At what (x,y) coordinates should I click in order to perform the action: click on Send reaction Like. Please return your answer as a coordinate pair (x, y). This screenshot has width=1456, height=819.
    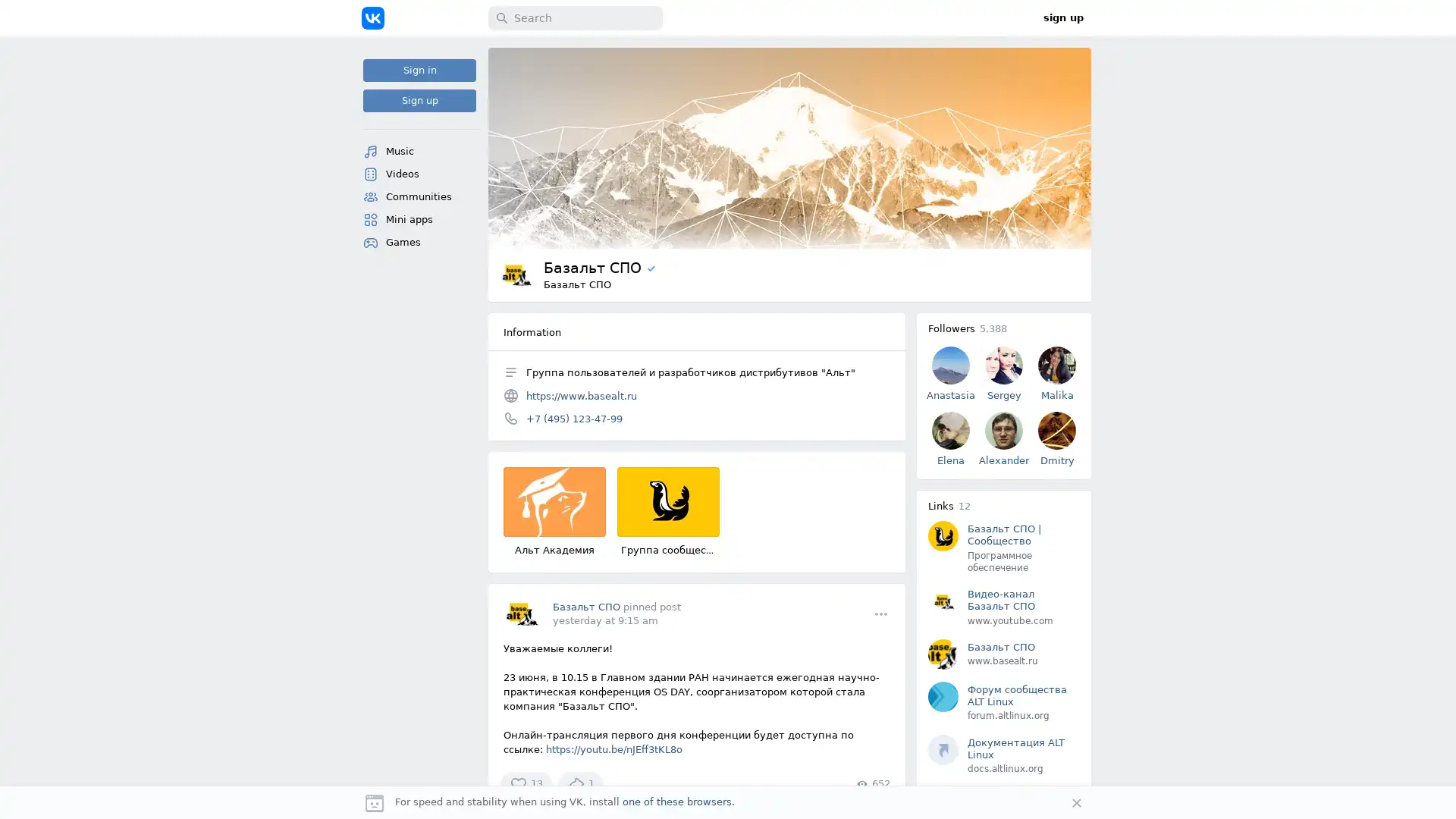
    Looking at the image, I should click on (526, 783).